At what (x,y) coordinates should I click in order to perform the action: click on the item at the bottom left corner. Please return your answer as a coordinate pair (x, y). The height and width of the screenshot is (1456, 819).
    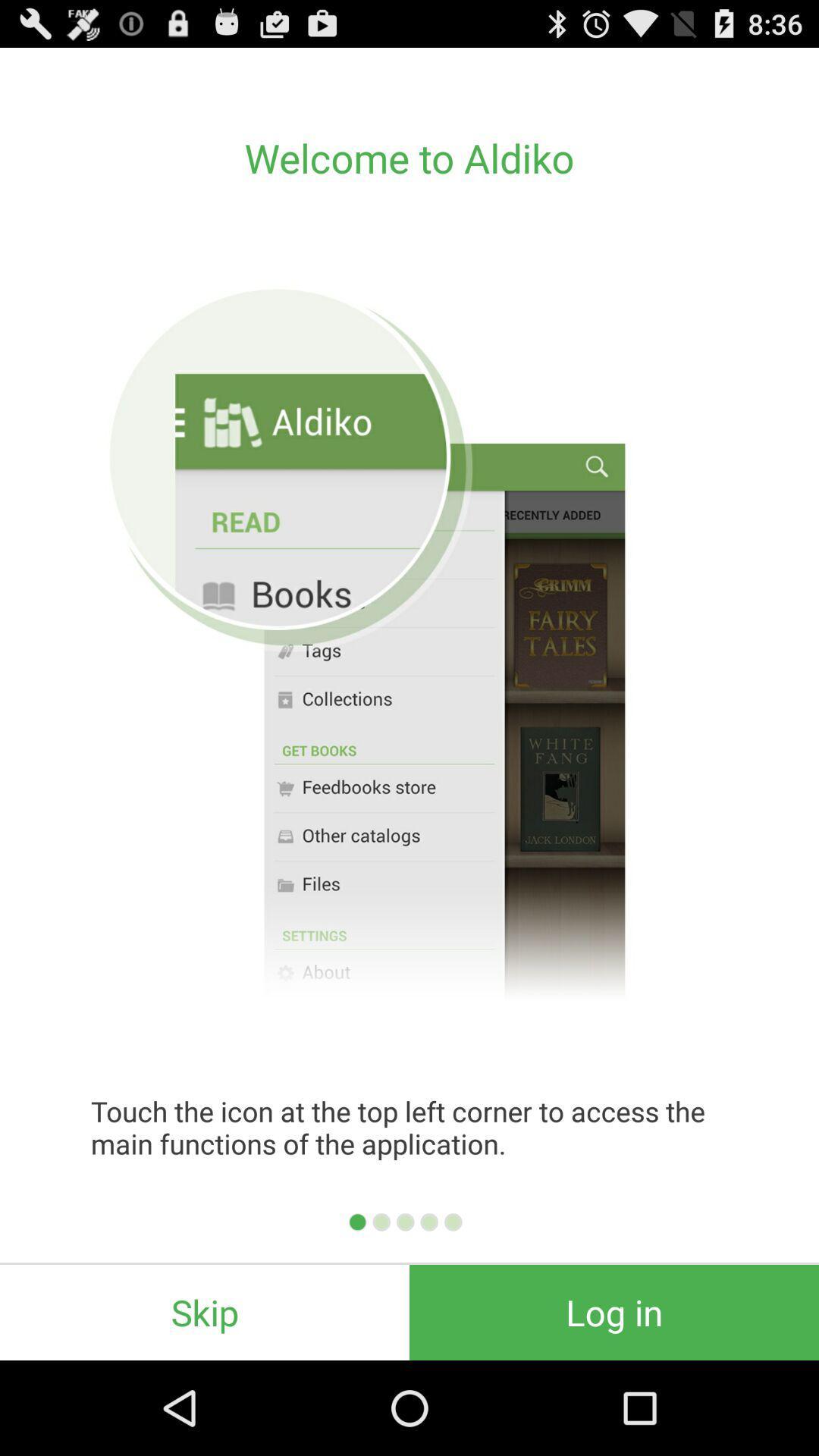
    Looking at the image, I should click on (205, 1312).